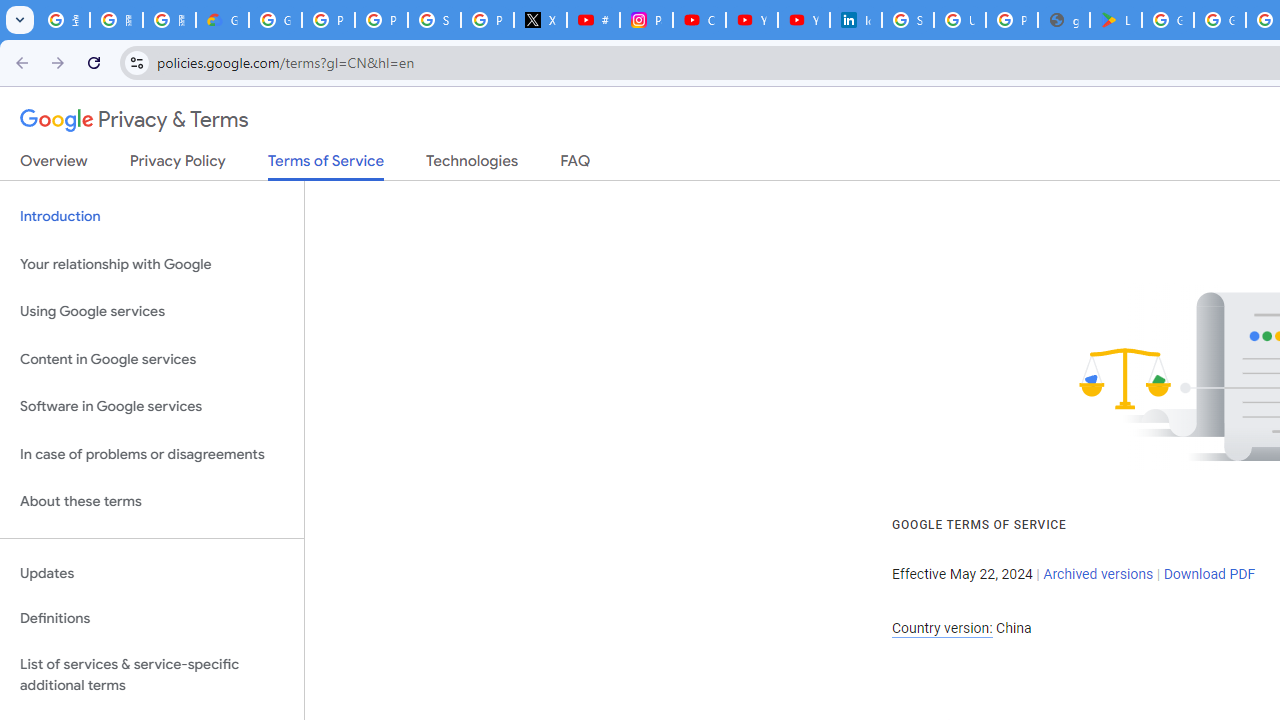 The width and height of the screenshot is (1280, 720). Describe the element at coordinates (151, 501) in the screenshot. I see `'About these terms'` at that location.